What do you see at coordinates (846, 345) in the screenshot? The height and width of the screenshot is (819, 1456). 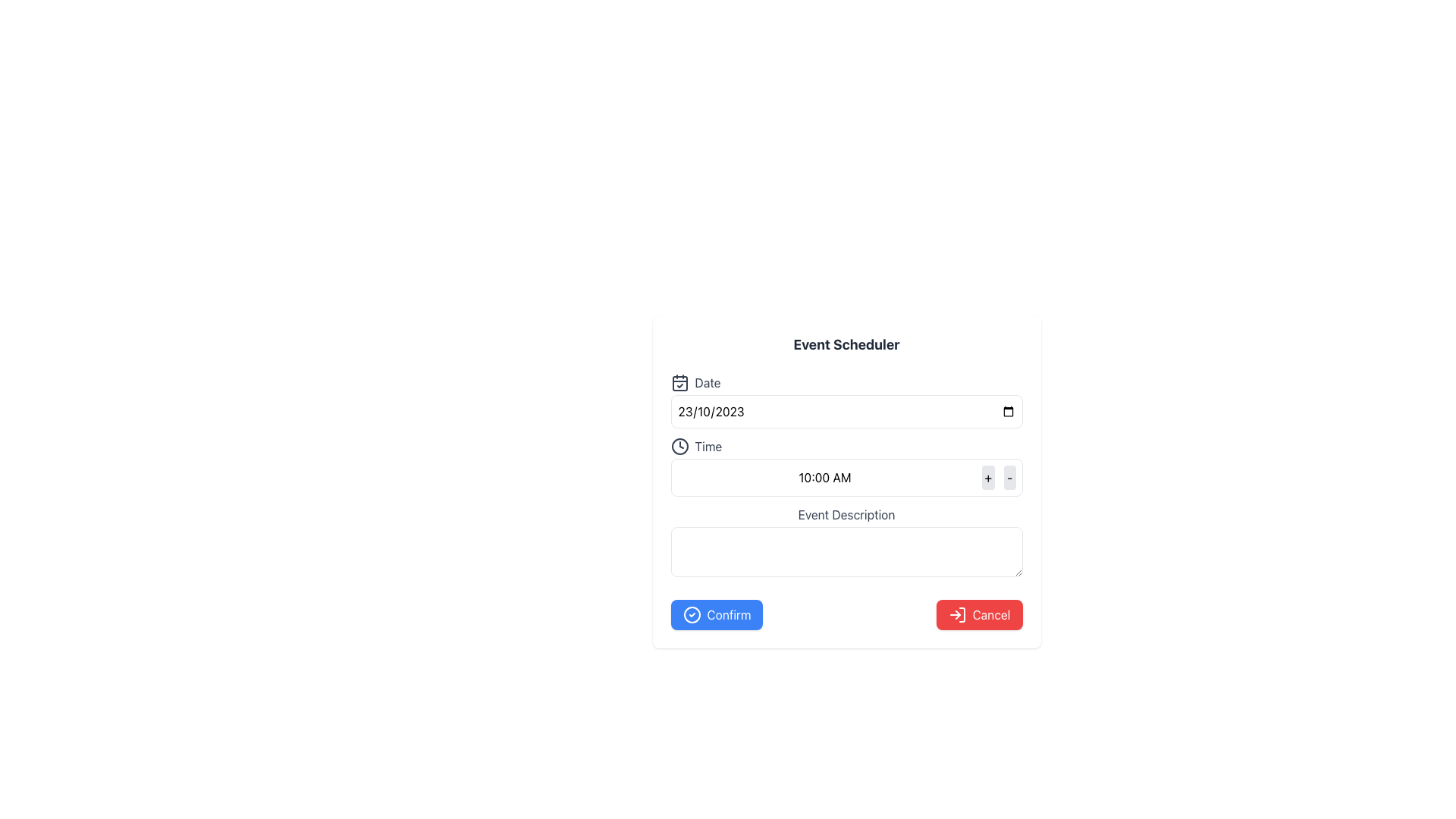 I see `the Text Label that serves as the title for the event scheduling interface, which is positioned at the top of the card and centered horizontally` at bounding box center [846, 345].